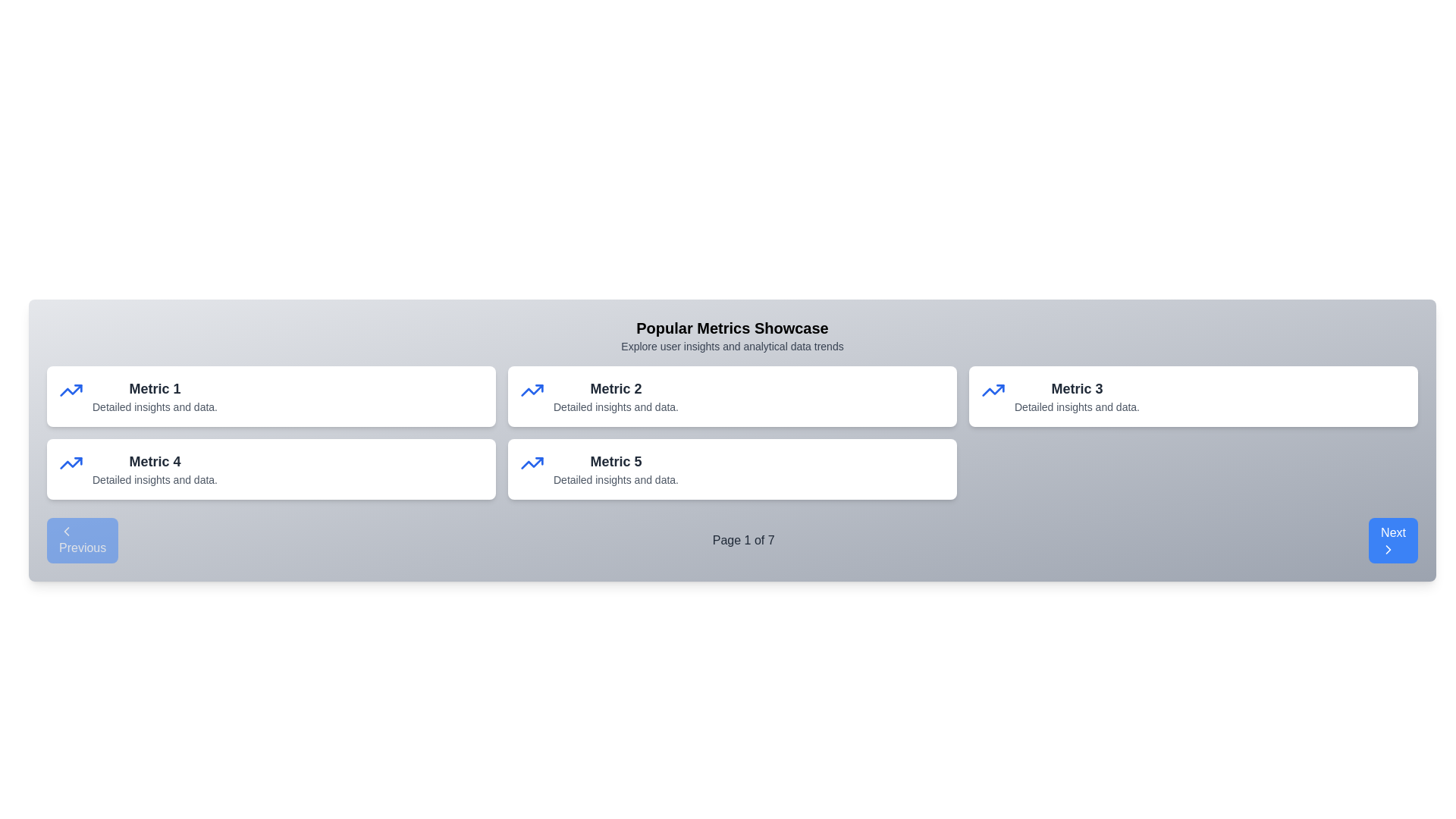  What do you see at coordinates (150, 396) in the screenshot?
I see `descriptive content of the Text block labeled 'Metric 1' within the white rounded card at the top left of the metrics grid` at bounding box center [150, 396].